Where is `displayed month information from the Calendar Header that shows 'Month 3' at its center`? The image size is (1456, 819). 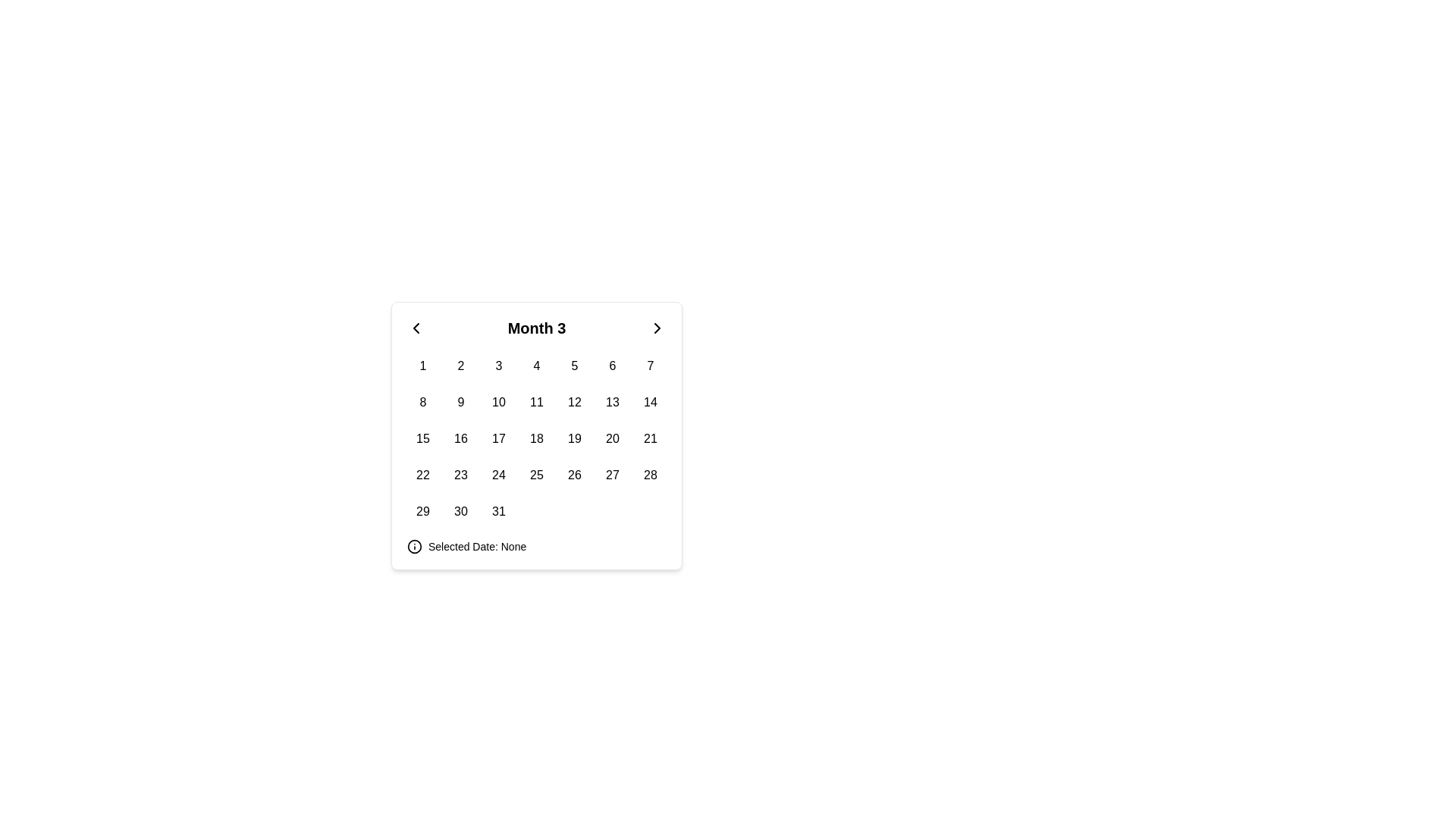
displayed month information from the Calendar Header that shows 'Month 3' at its center is located at coordinates (537, 327).